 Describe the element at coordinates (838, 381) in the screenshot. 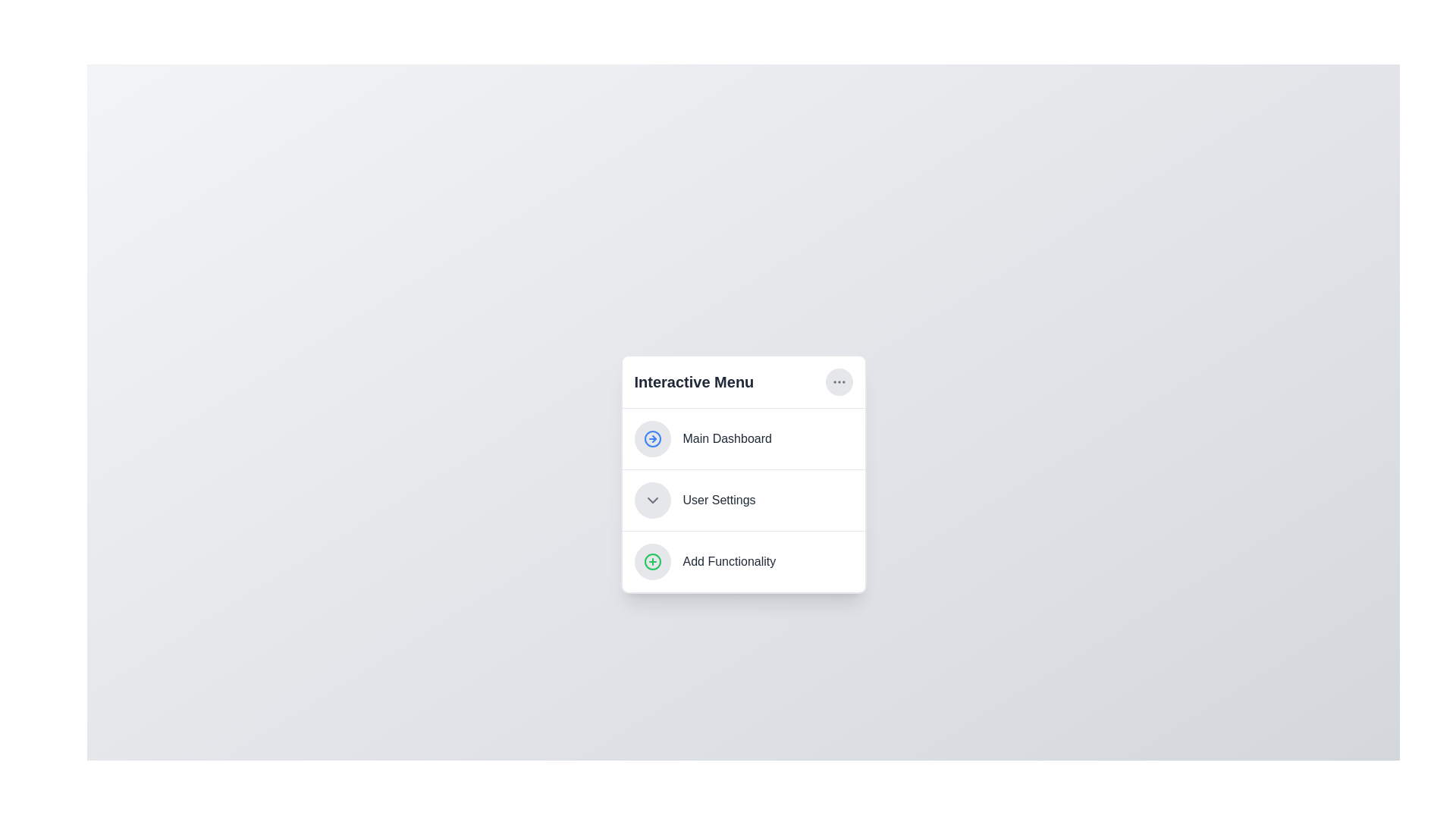

I see `menu expansion button located at the top-right corner of the menu header` at that location.